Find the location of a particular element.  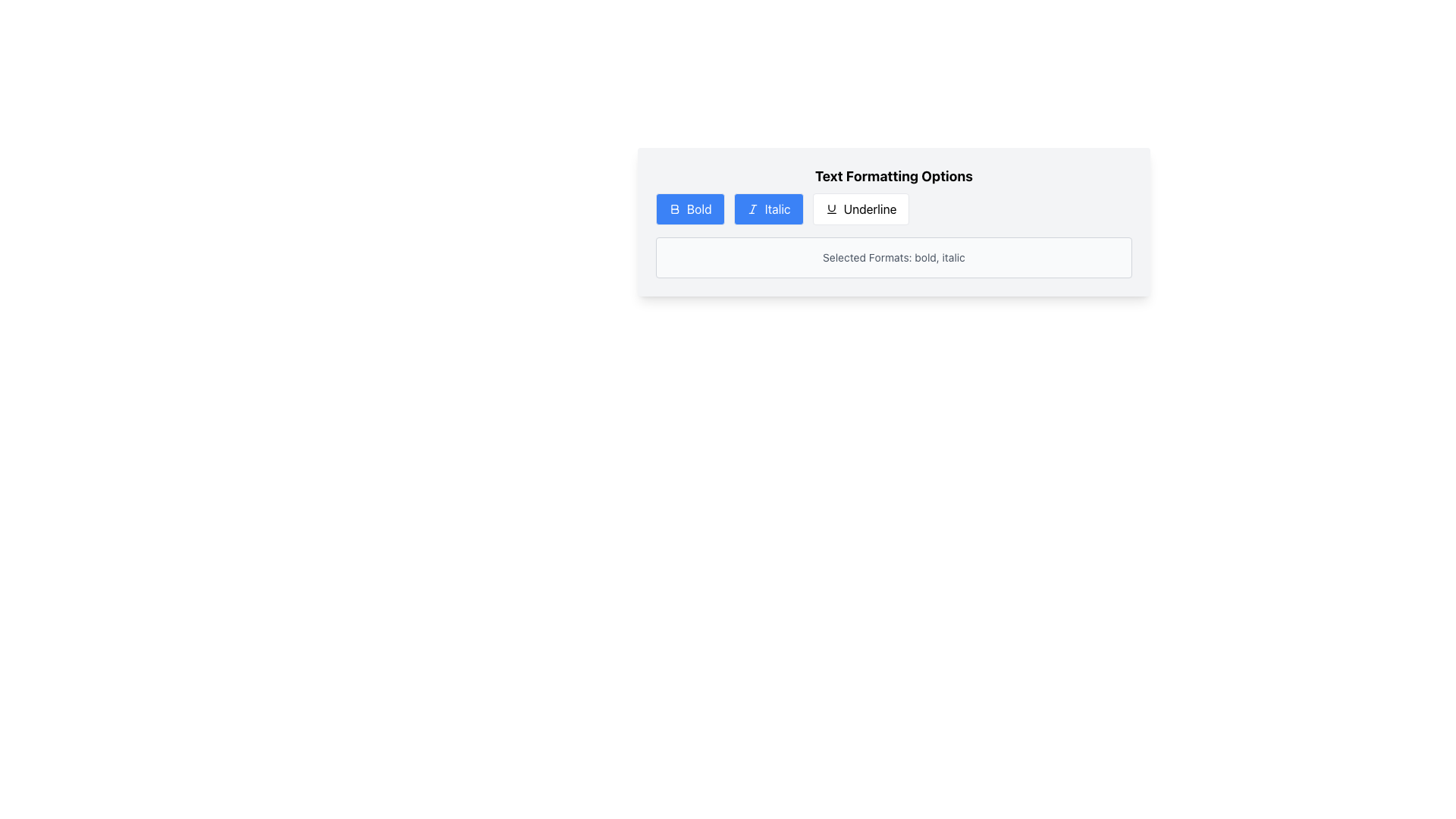

the underline icon, which is the third button in the horizontal row of text formatting options labeled 'Underline' is located at coordinates (830, 209).